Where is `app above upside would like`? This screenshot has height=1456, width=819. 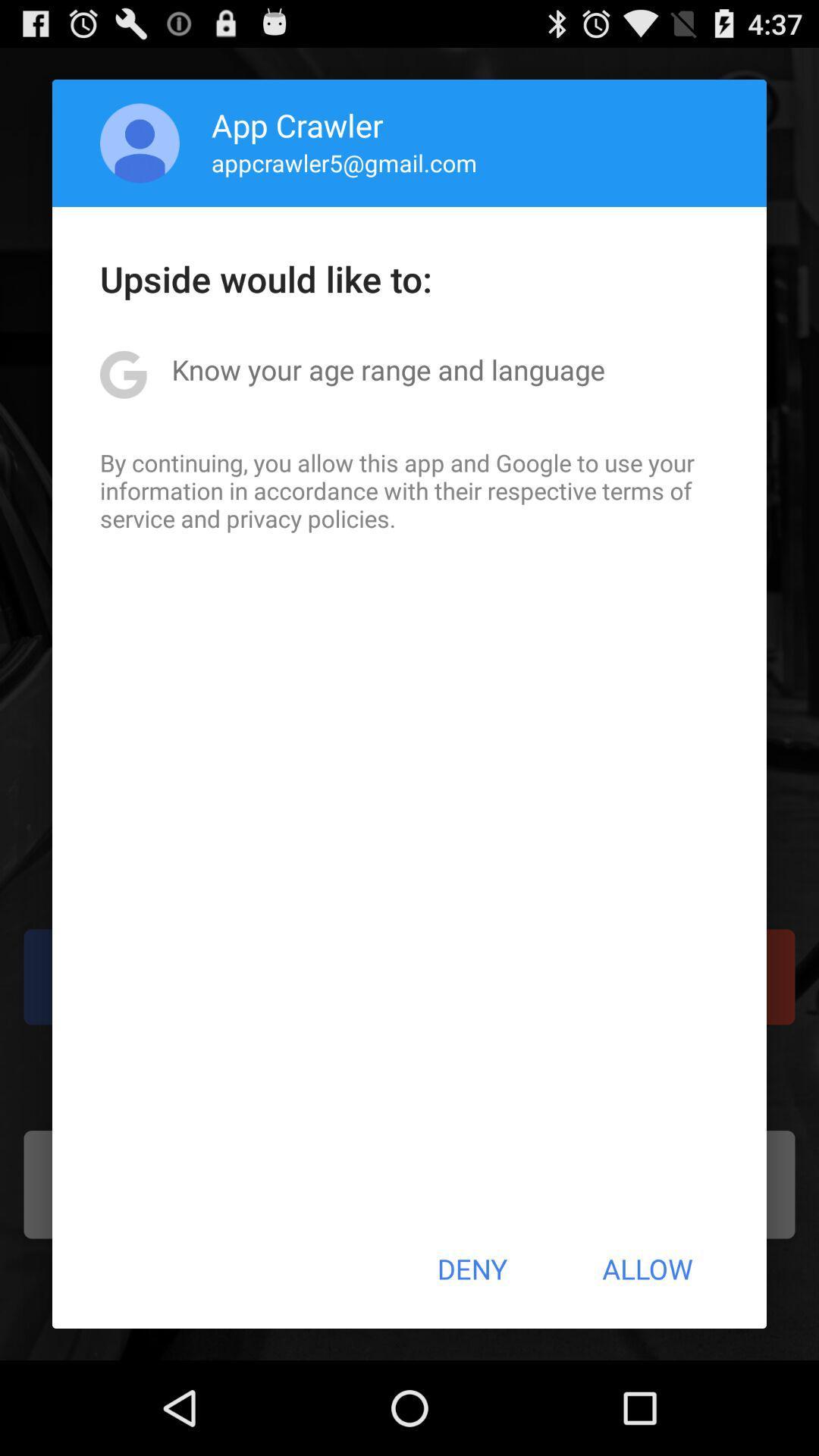 app above upside would like is located at coordinates (140, 143).